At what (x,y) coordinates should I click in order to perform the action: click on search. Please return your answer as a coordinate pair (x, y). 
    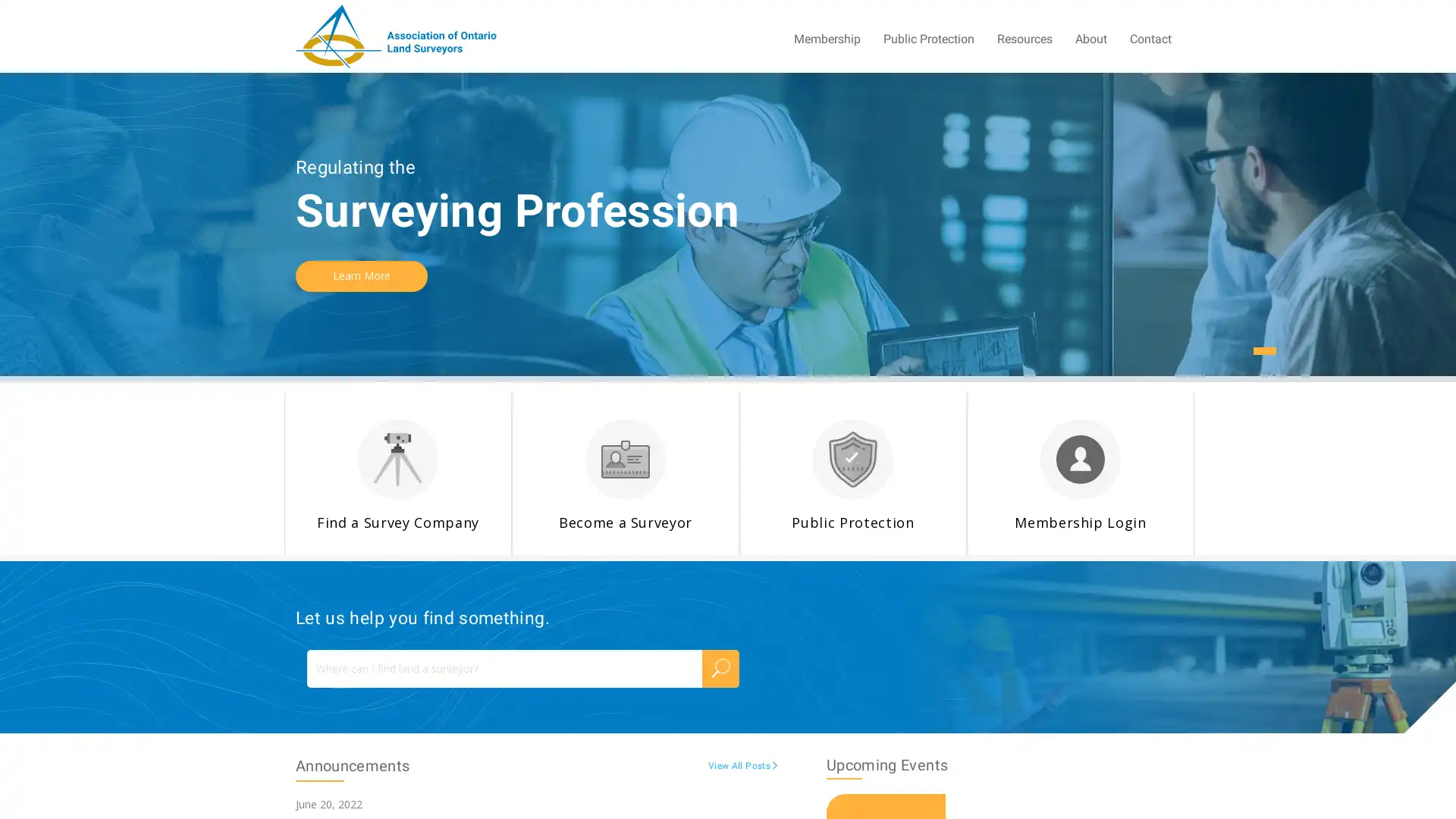
    Looking at the image, I should click on (720, 667).